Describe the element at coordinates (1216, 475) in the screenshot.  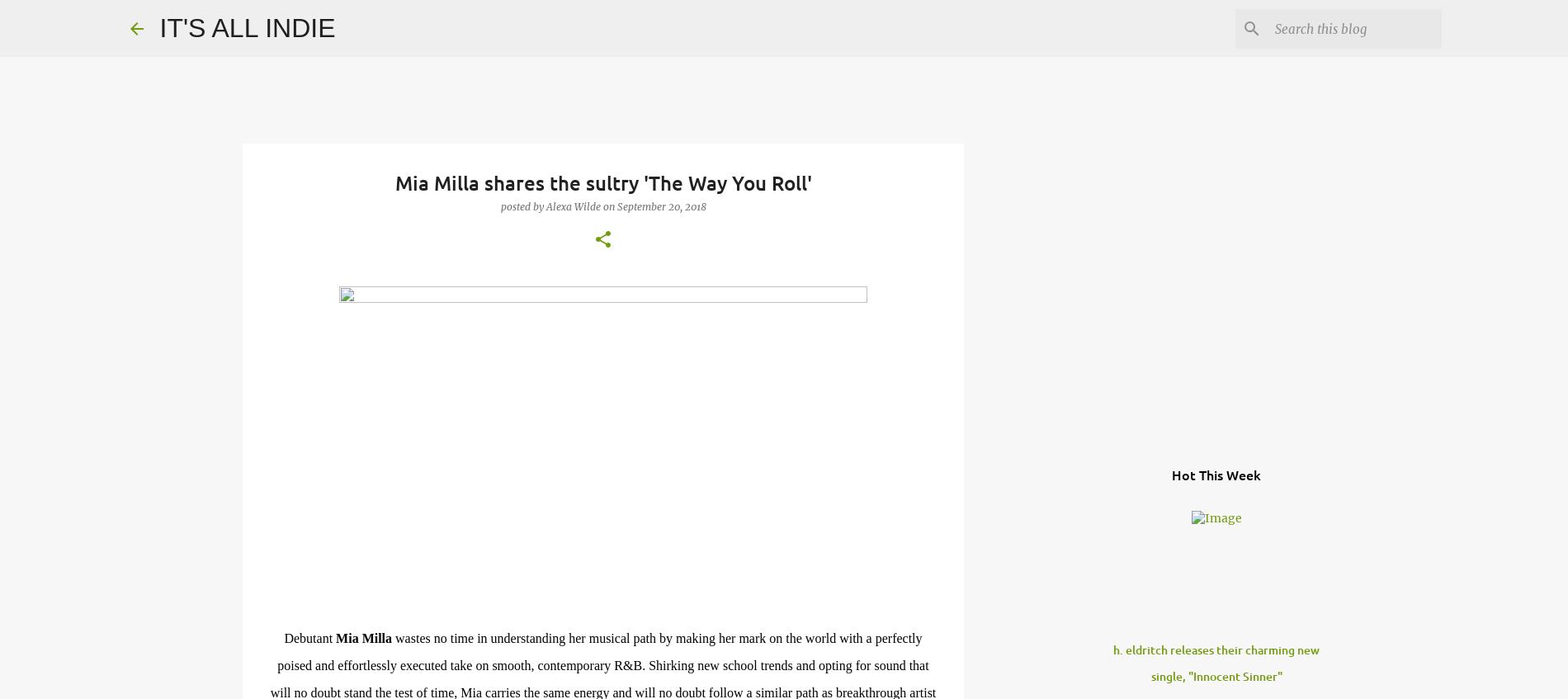
I see `'Hot This Week'` at that location.